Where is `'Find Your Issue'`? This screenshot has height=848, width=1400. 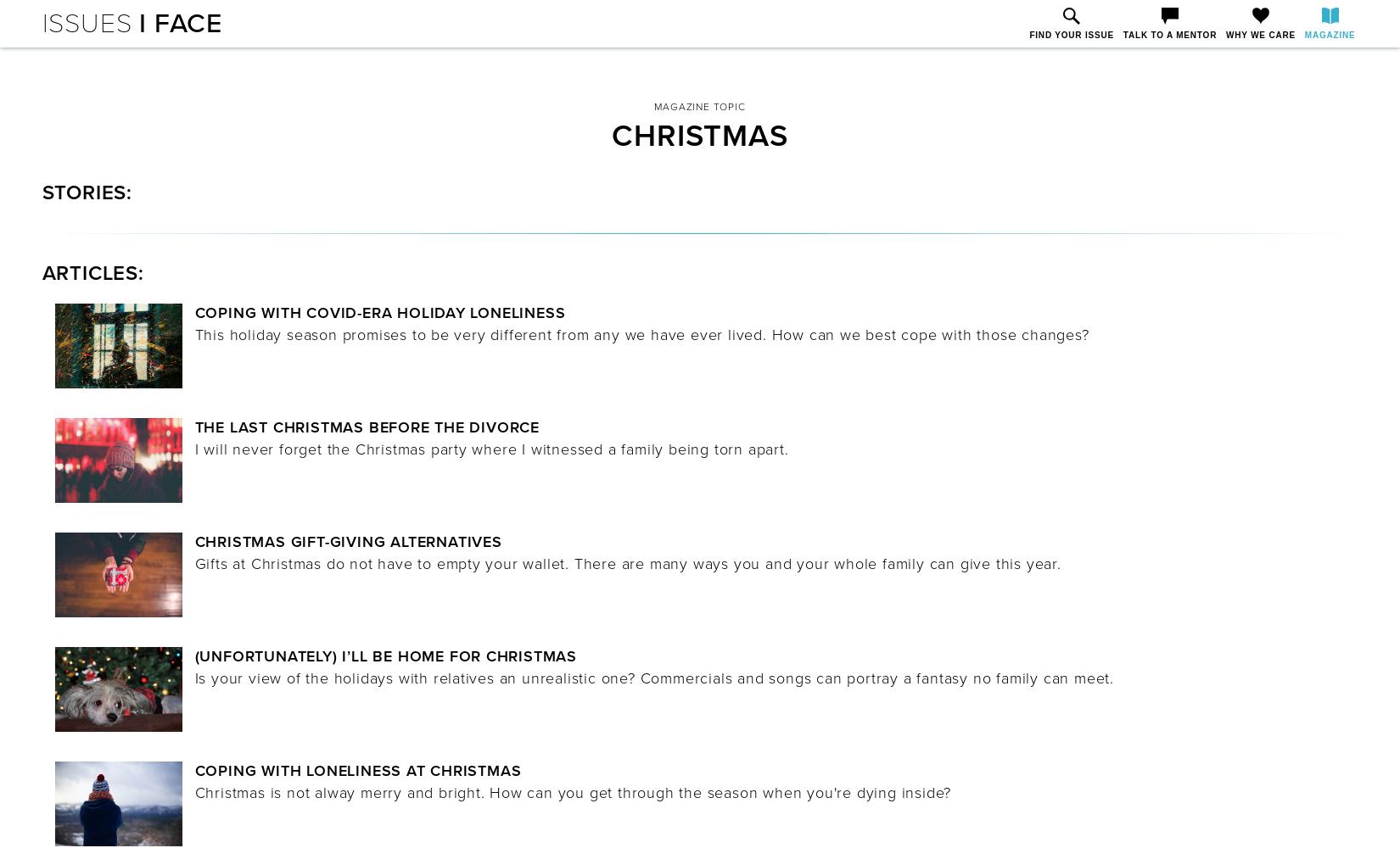
'Find Your Issue' is located at coordinates (1070, 35).